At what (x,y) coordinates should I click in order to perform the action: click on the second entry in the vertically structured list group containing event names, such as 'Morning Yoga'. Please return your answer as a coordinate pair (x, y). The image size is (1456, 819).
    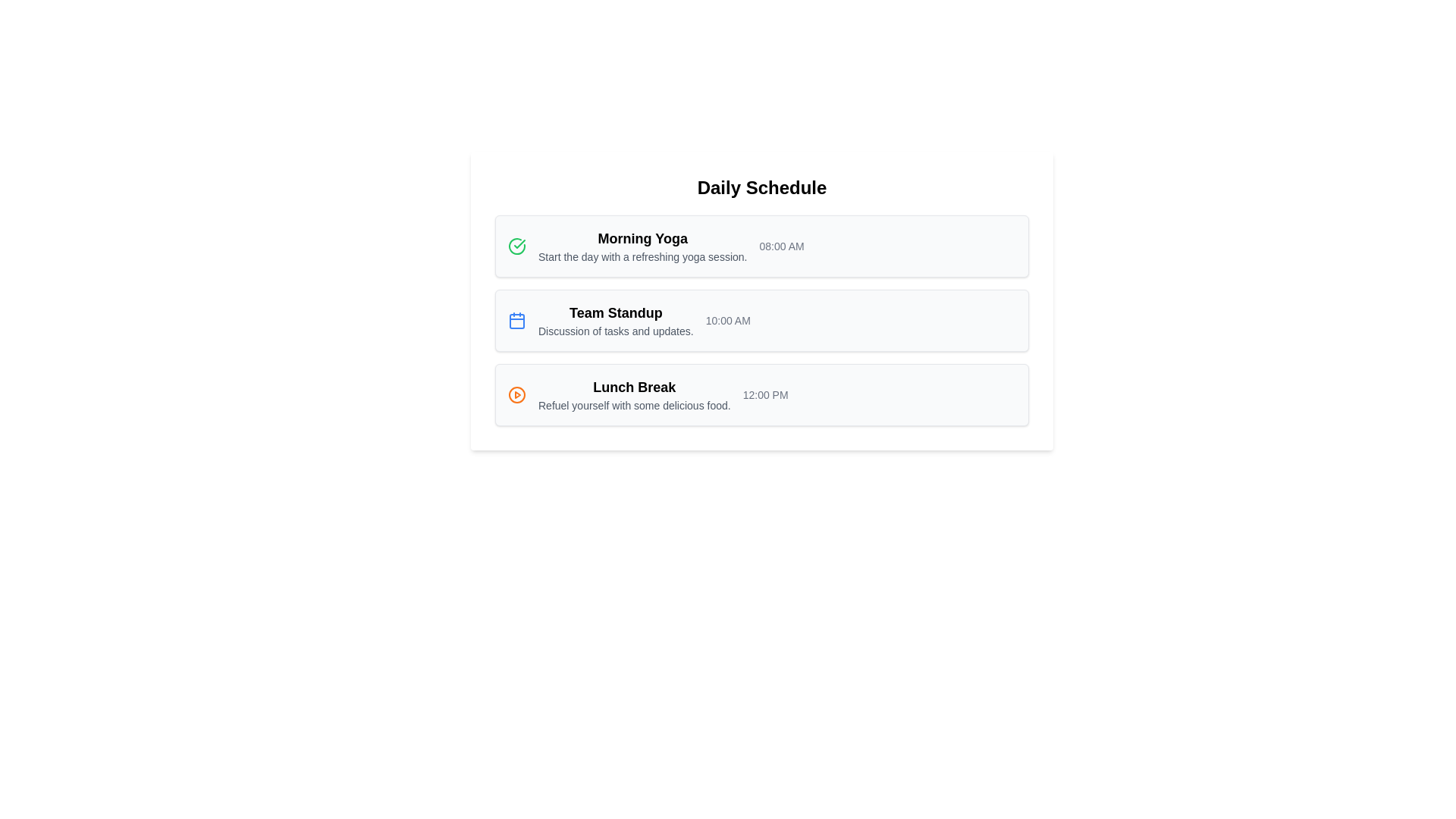
    Looking at the image, I should click on (761, 320).